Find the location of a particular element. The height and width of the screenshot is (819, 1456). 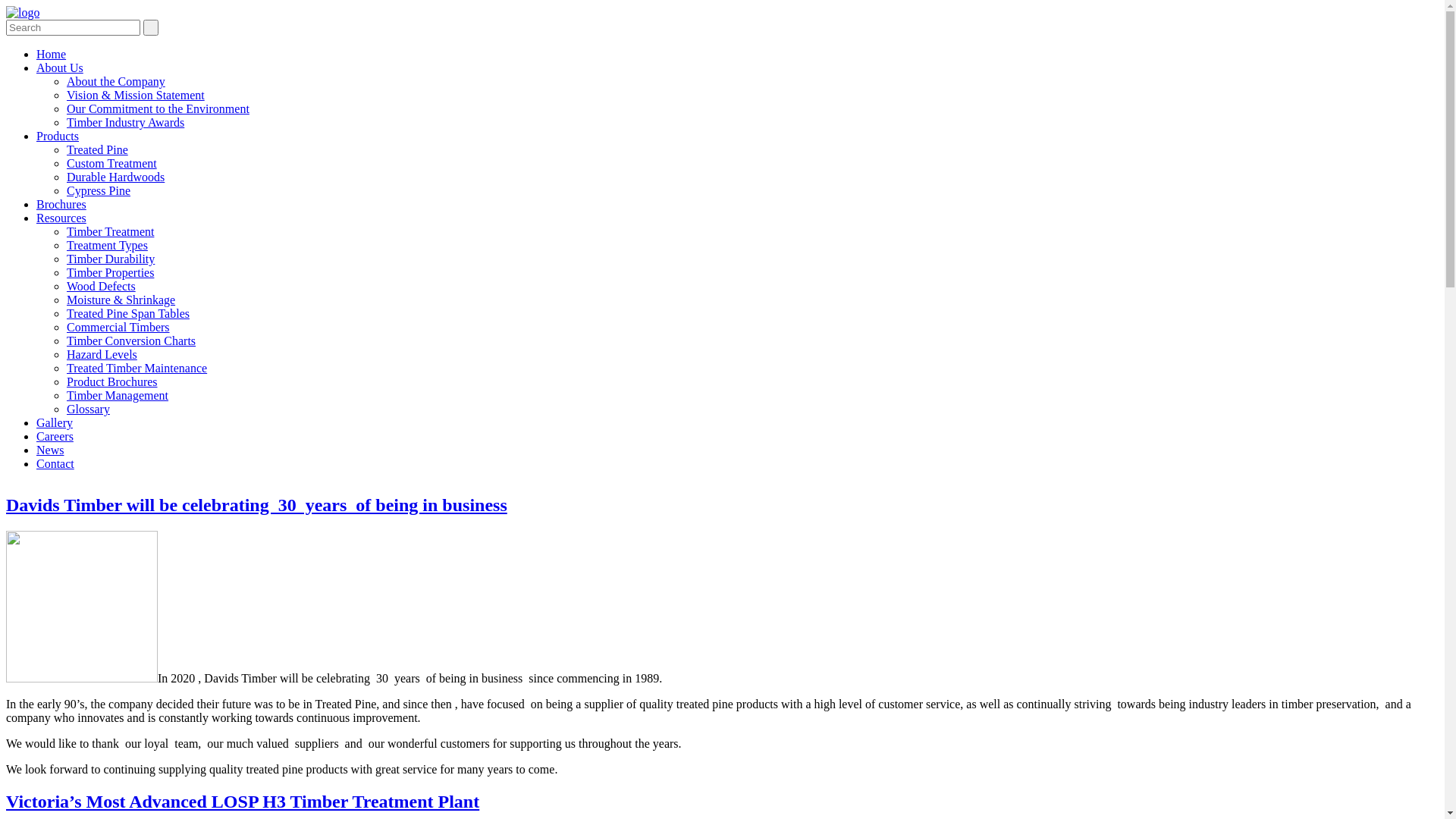

'Treated Pine Span Tables' is located at coordinates (127, 312).